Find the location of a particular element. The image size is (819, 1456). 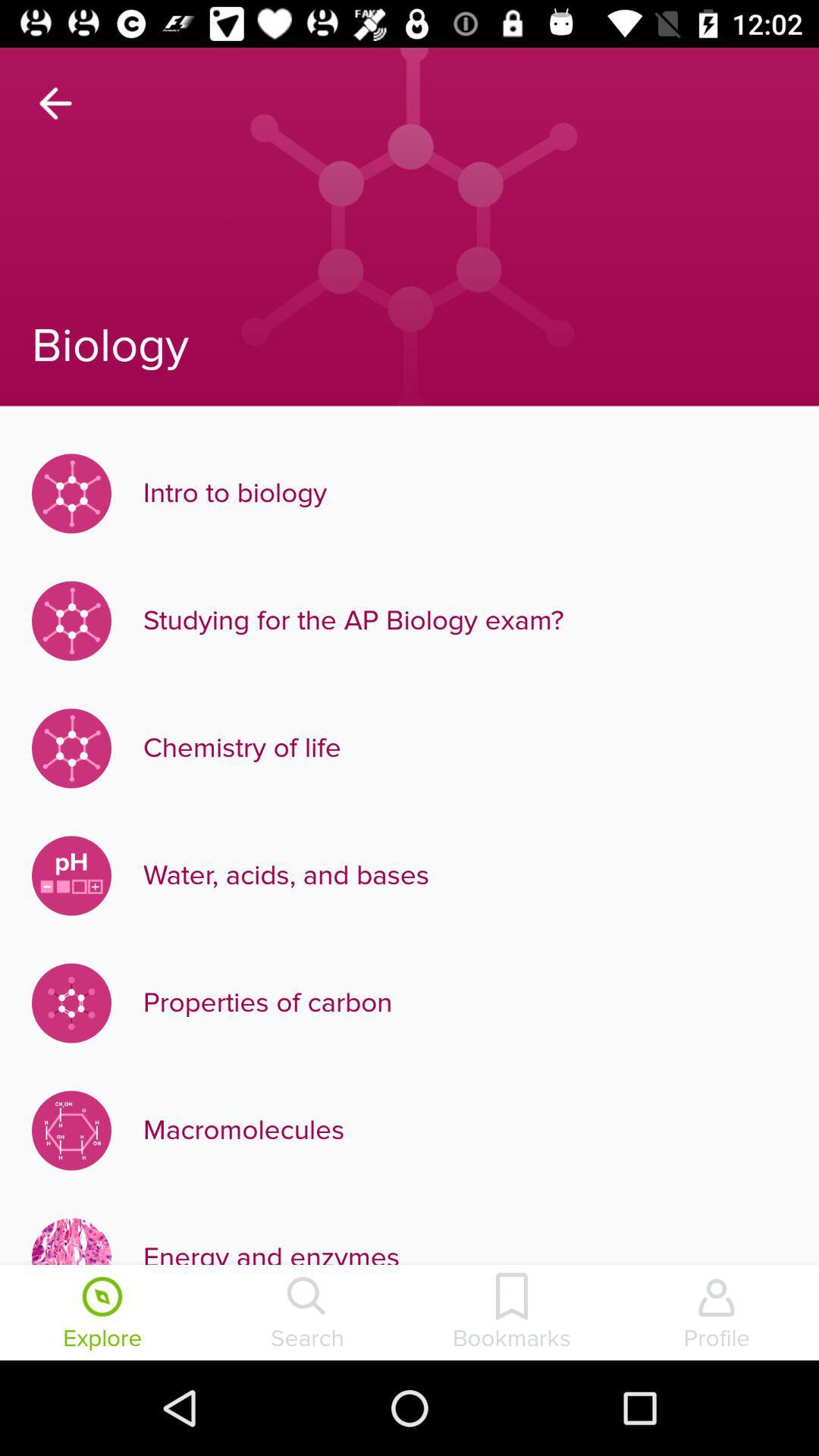

the item to the right of bookmarks item is located at coordinates (717, 1313).